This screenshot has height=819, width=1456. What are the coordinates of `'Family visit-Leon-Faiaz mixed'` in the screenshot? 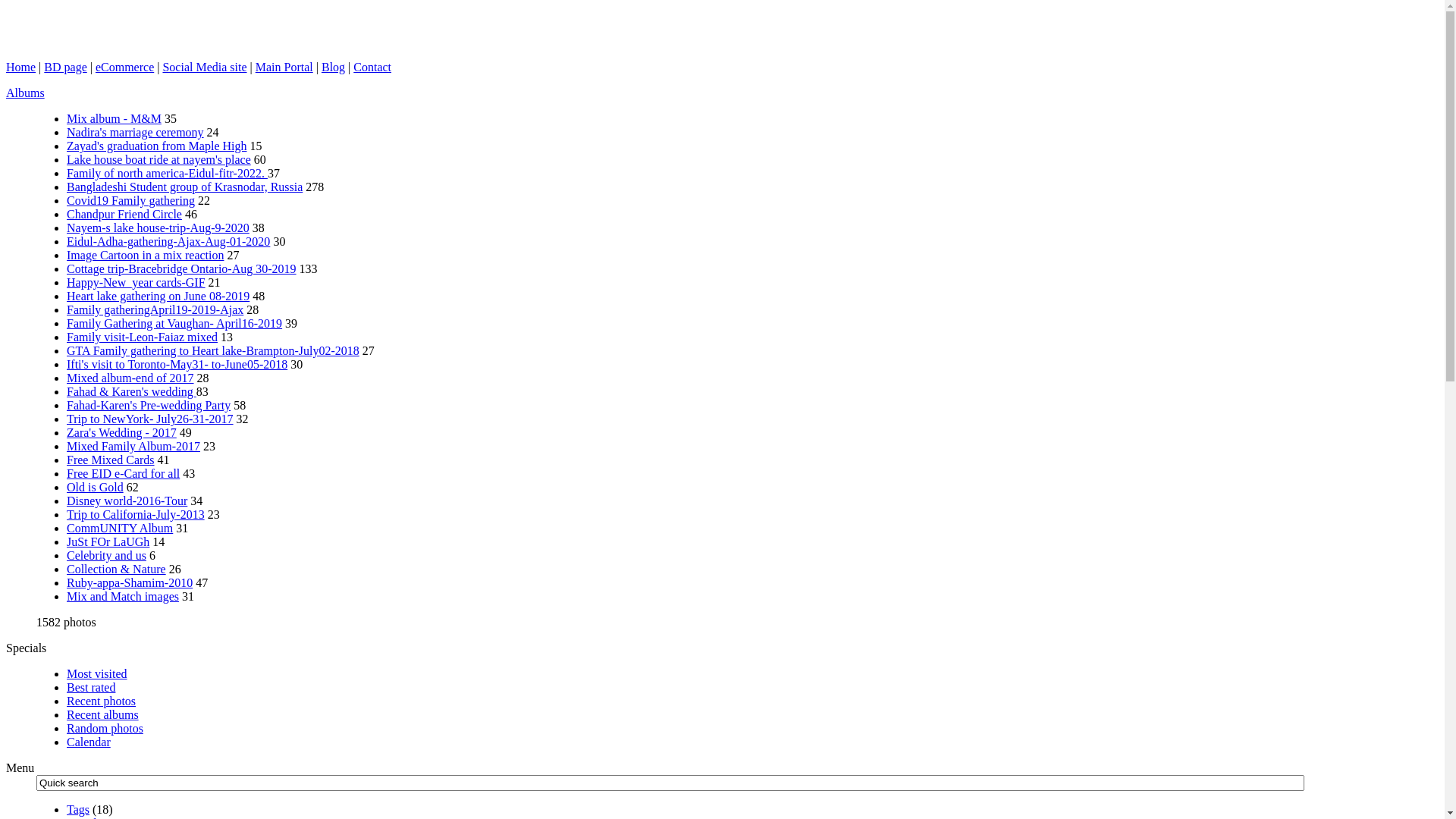 It's located at (65, 336).